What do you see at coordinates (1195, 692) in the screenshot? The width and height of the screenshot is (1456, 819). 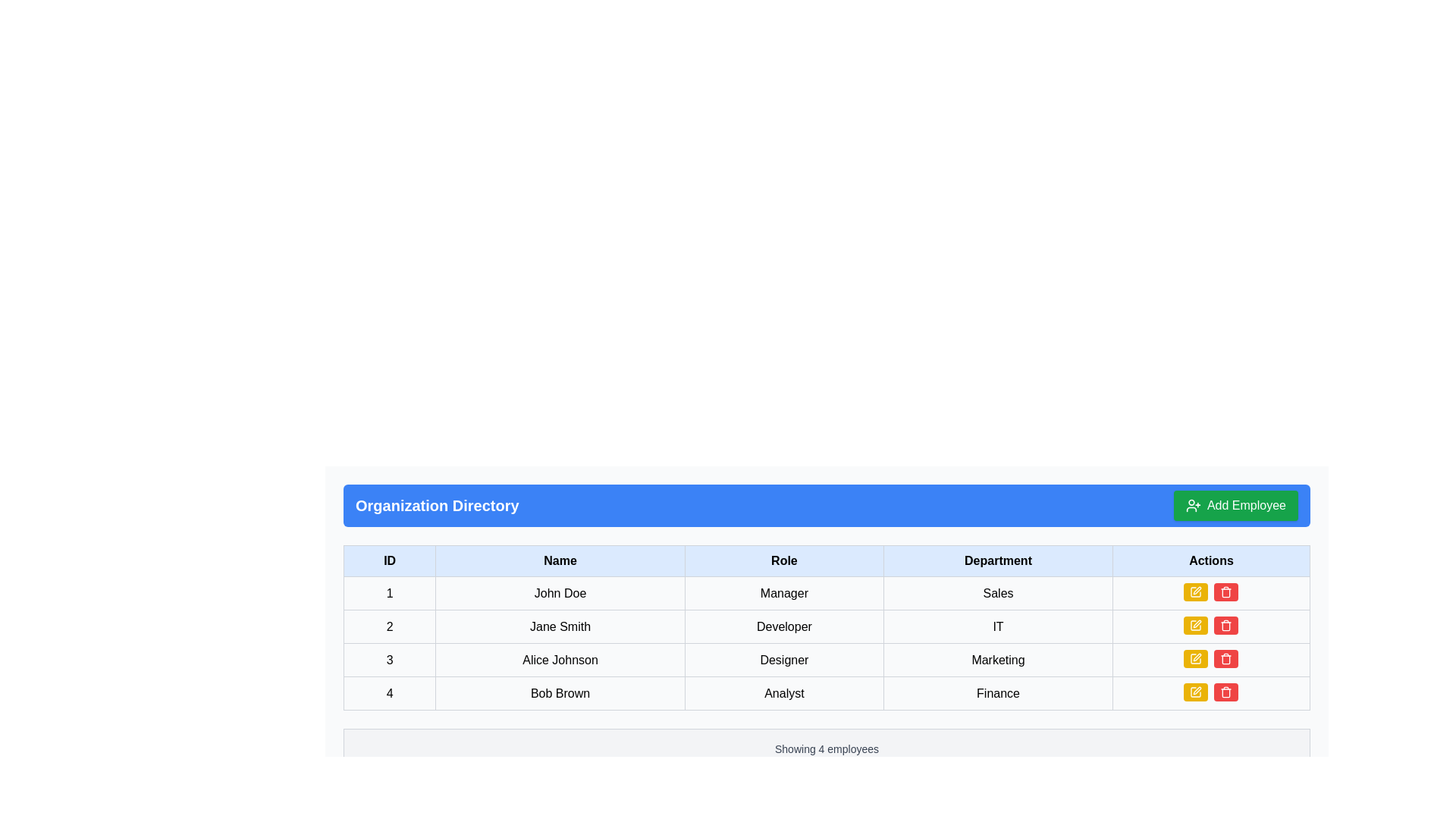 I see `the 'edit' icon located inside the yellow button in the 'Actions' column of the last row ('Finance') of the table under the header 'Organization Directory'` at bounding box center [1195, 692].